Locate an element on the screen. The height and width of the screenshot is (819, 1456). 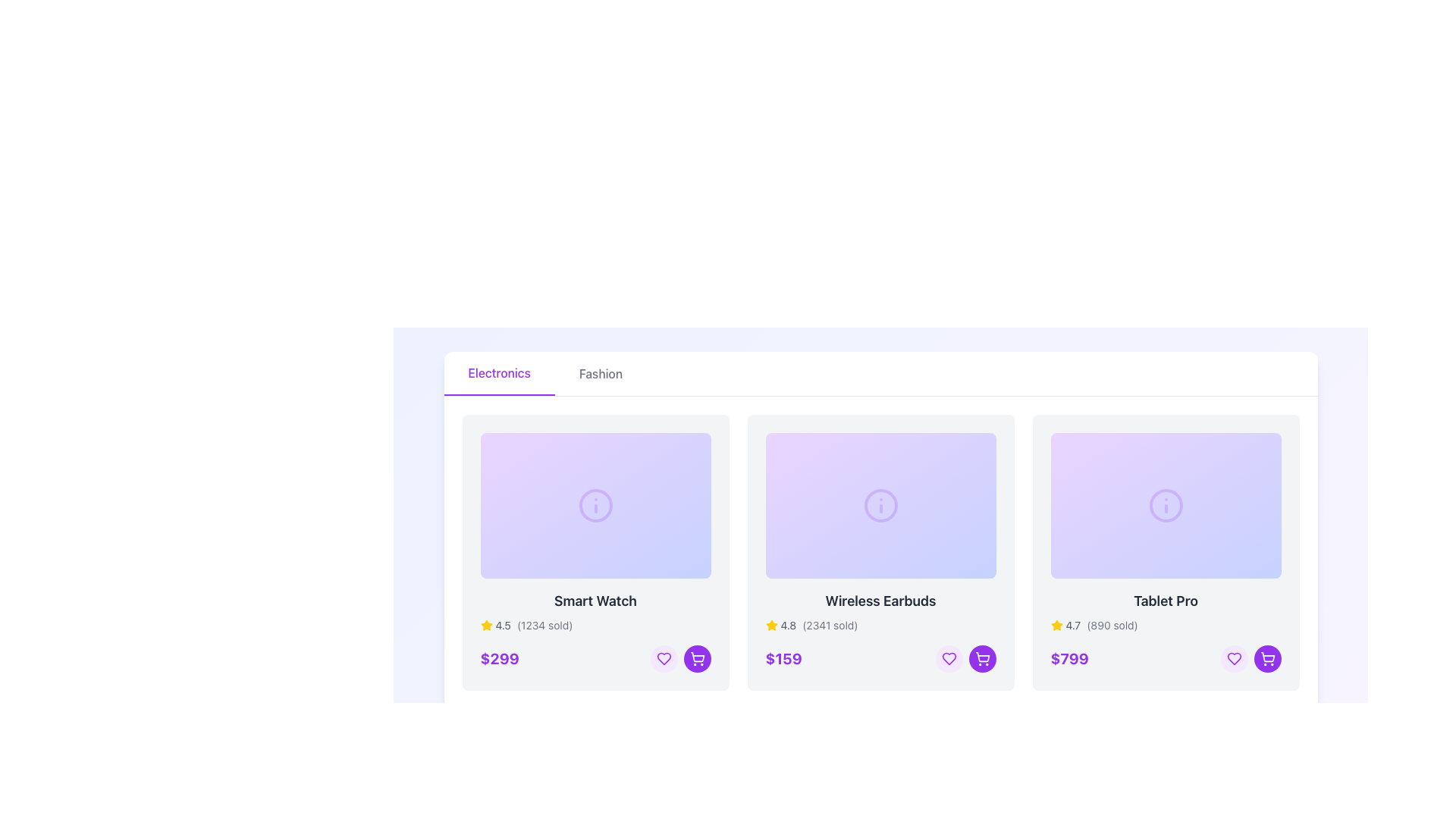
the shopping cart button for the 'Tablet Pro' product is located at coordinates (1250, 657).